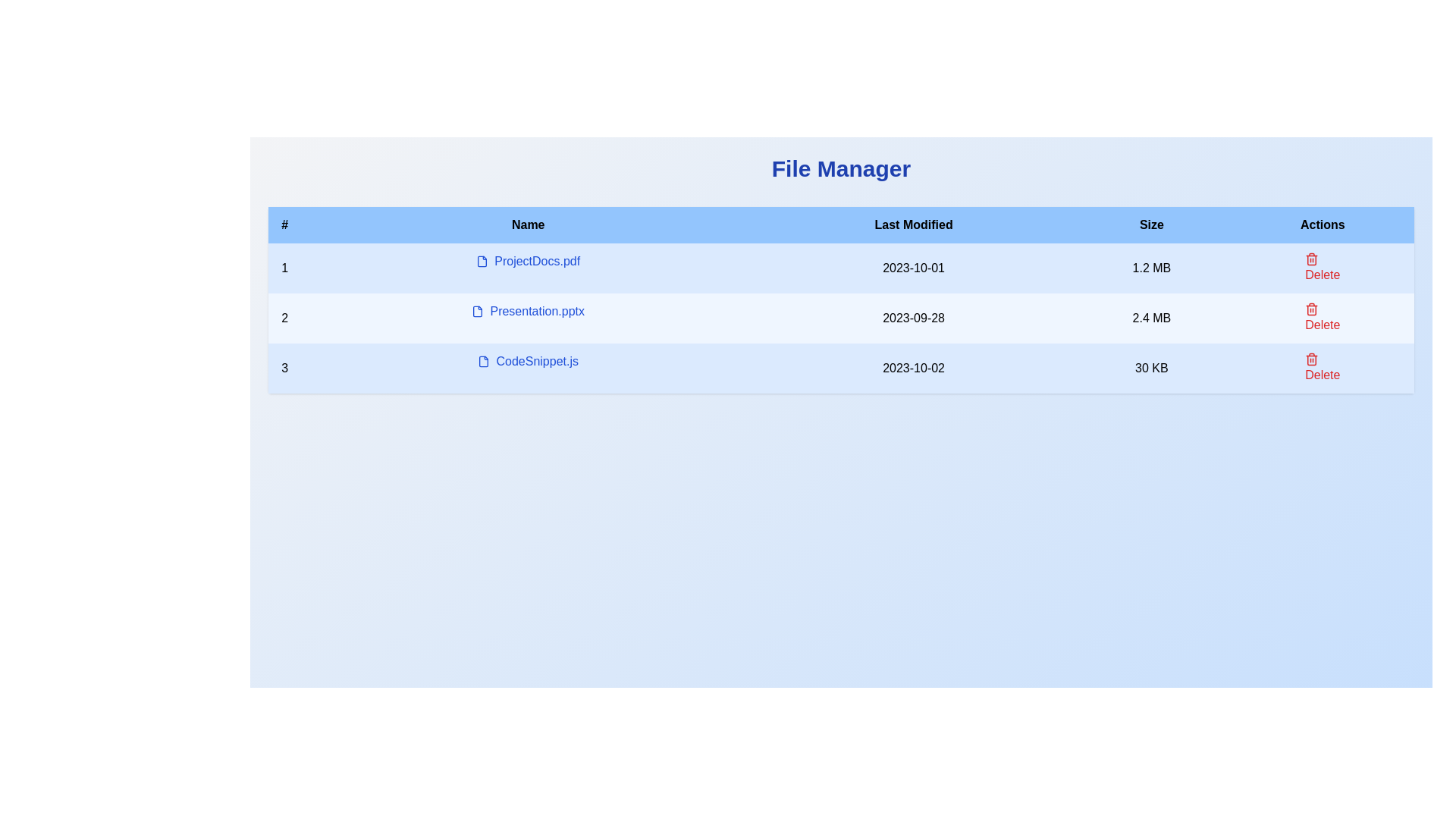 The width and height of the screenshot is (1456, 819). Describe the element at coordinates (1322, 318) in the screenshot. I see `the delete button with a trash icon and 'Delete' label in the Actions column of the second row to change its text color` at that location.